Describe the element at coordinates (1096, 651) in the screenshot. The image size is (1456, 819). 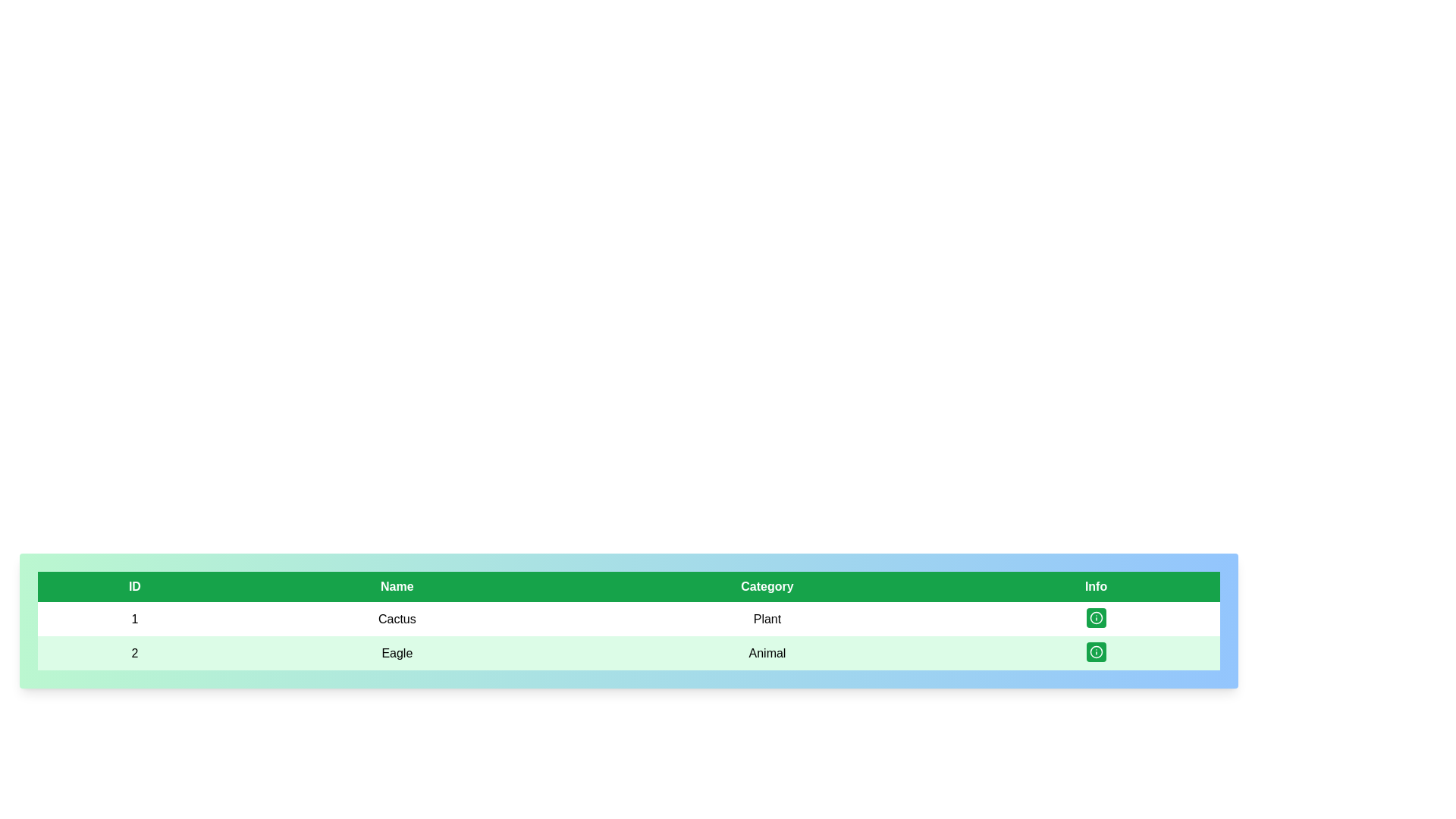
I see `the 'information' button located in the 'Info' column of the table for the 'Eagle' entry, positioned to the rightmost side and below the button for 'Cactus'` at that location.